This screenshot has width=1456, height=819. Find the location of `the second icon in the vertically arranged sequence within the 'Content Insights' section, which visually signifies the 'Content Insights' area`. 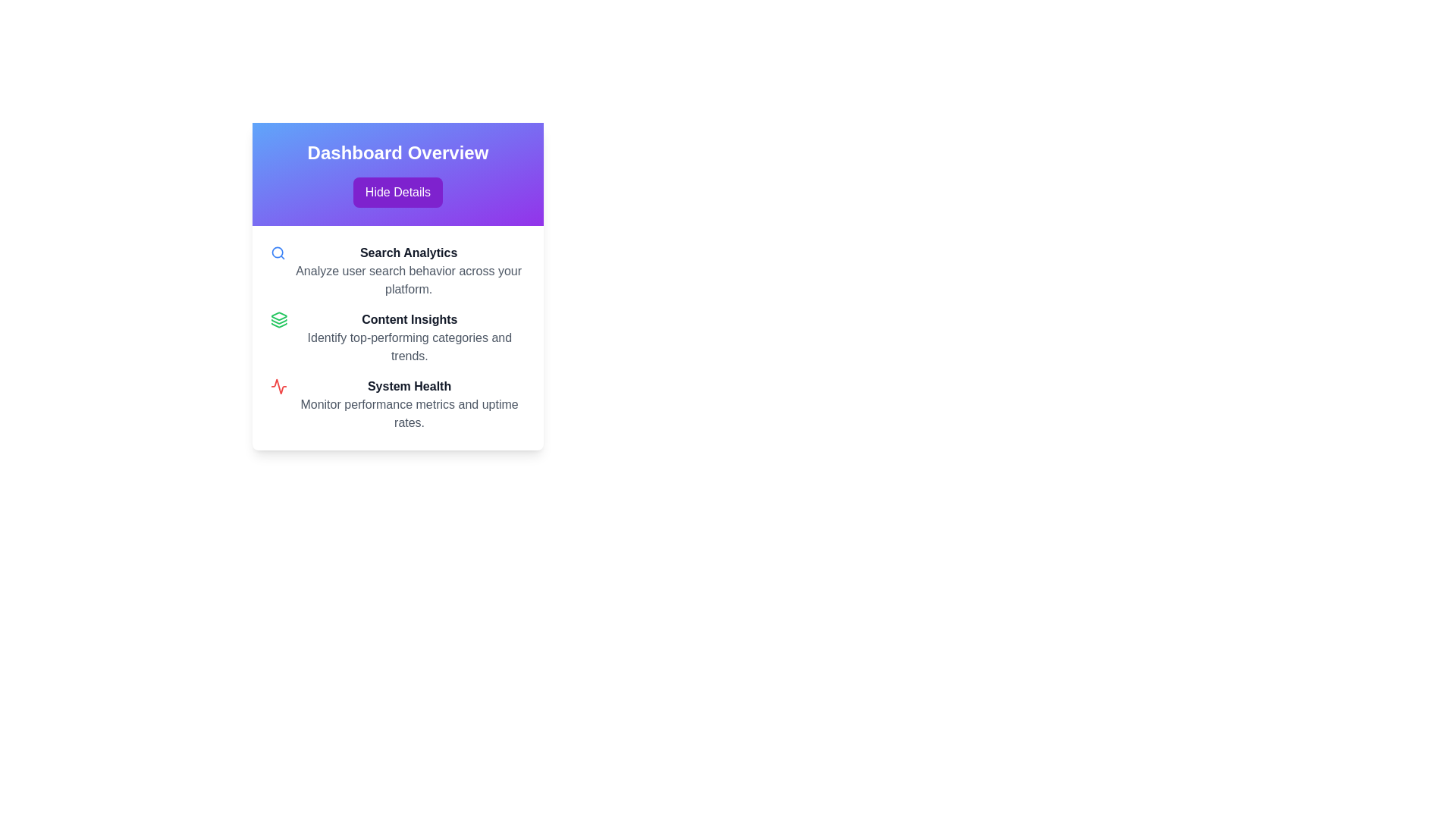

the second icon in the vertically arranged sequence within the 'Content Insights' section, which visually signifies the 'Content Insights' area is located at coordinates (279, 321).